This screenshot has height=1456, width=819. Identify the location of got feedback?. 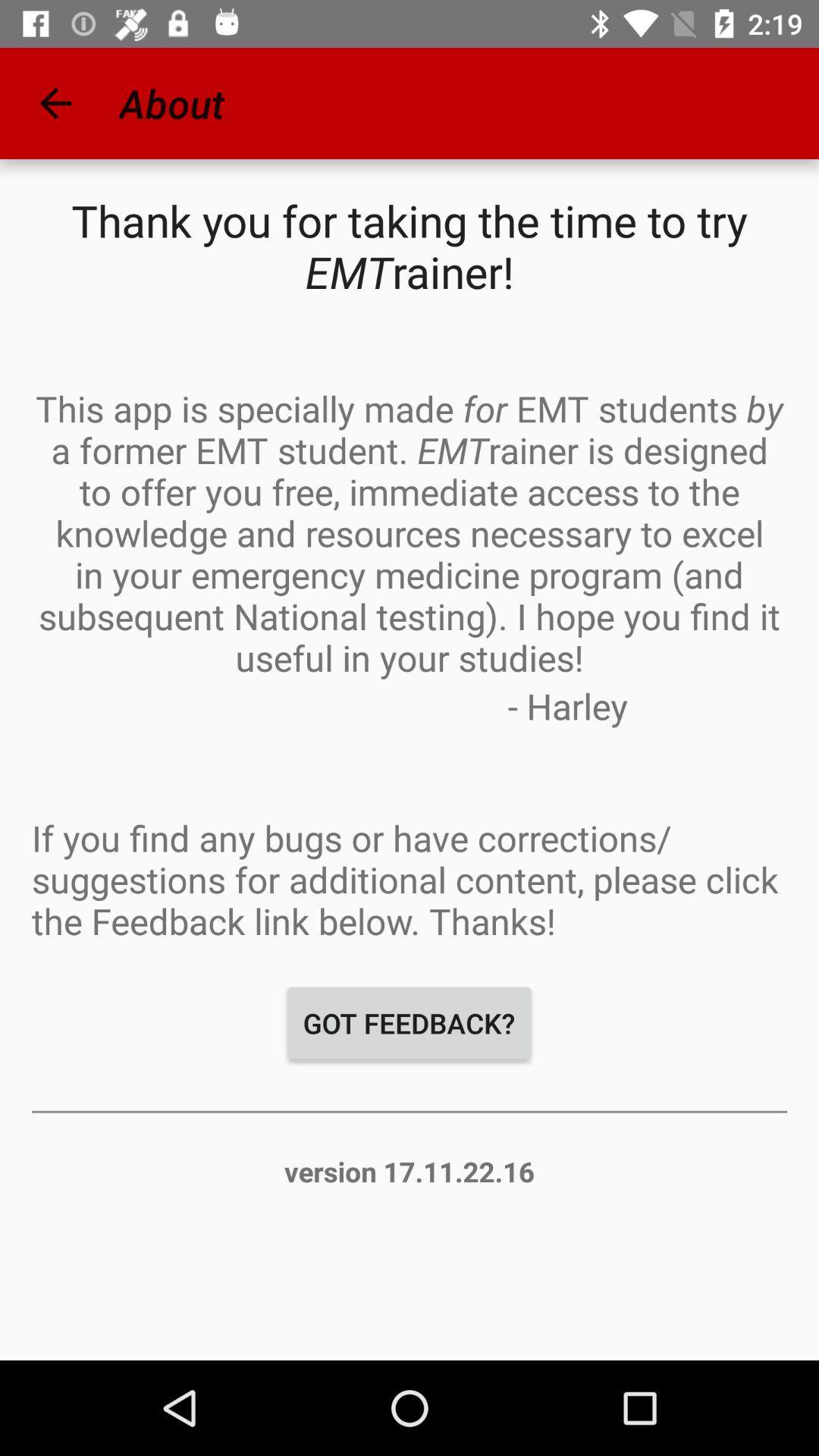
(408, 1023).